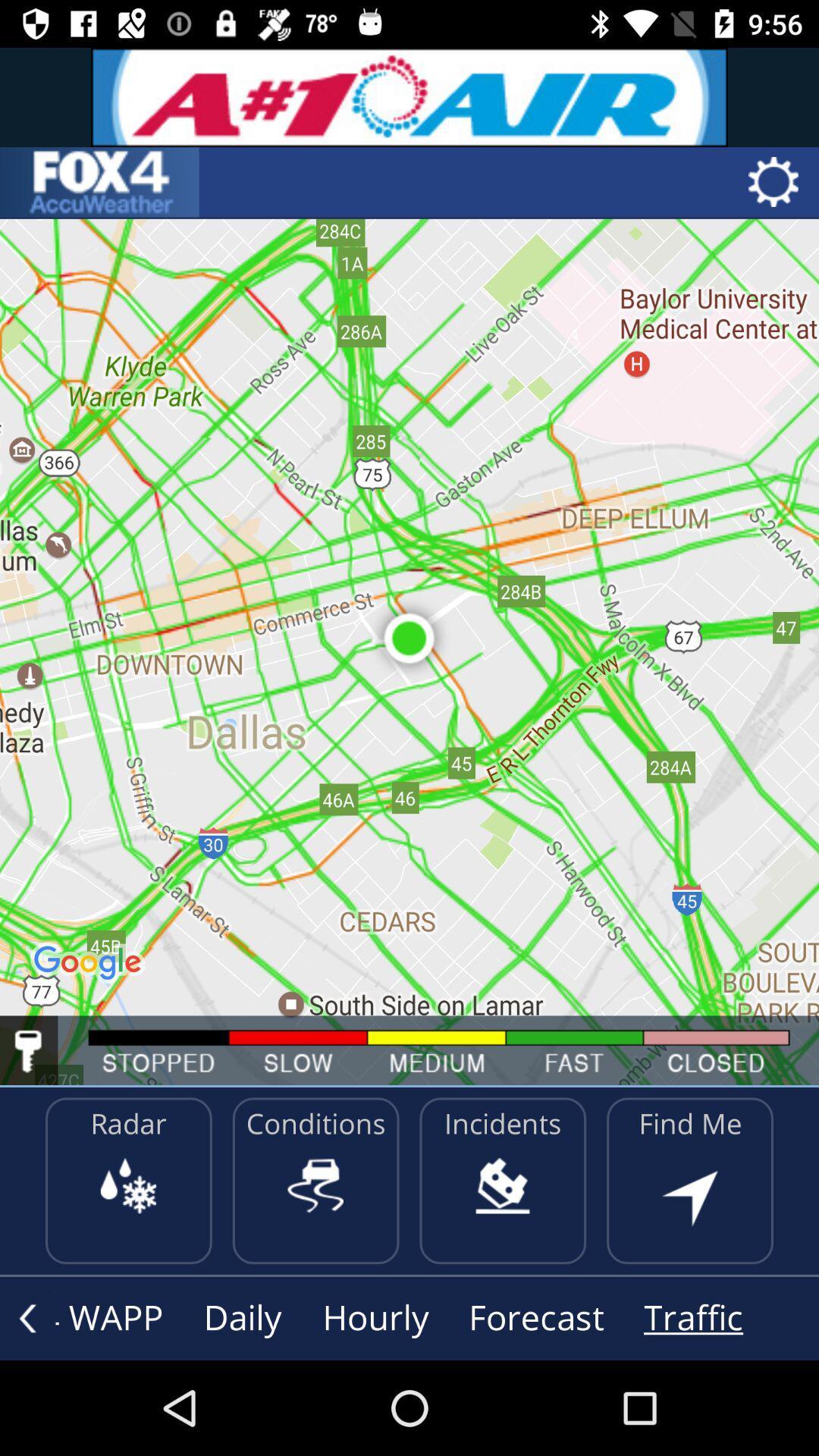  What do you see at coordinates (27, 1317) in the screenshot?
I see `go back` at bounding box center [27, 1317].